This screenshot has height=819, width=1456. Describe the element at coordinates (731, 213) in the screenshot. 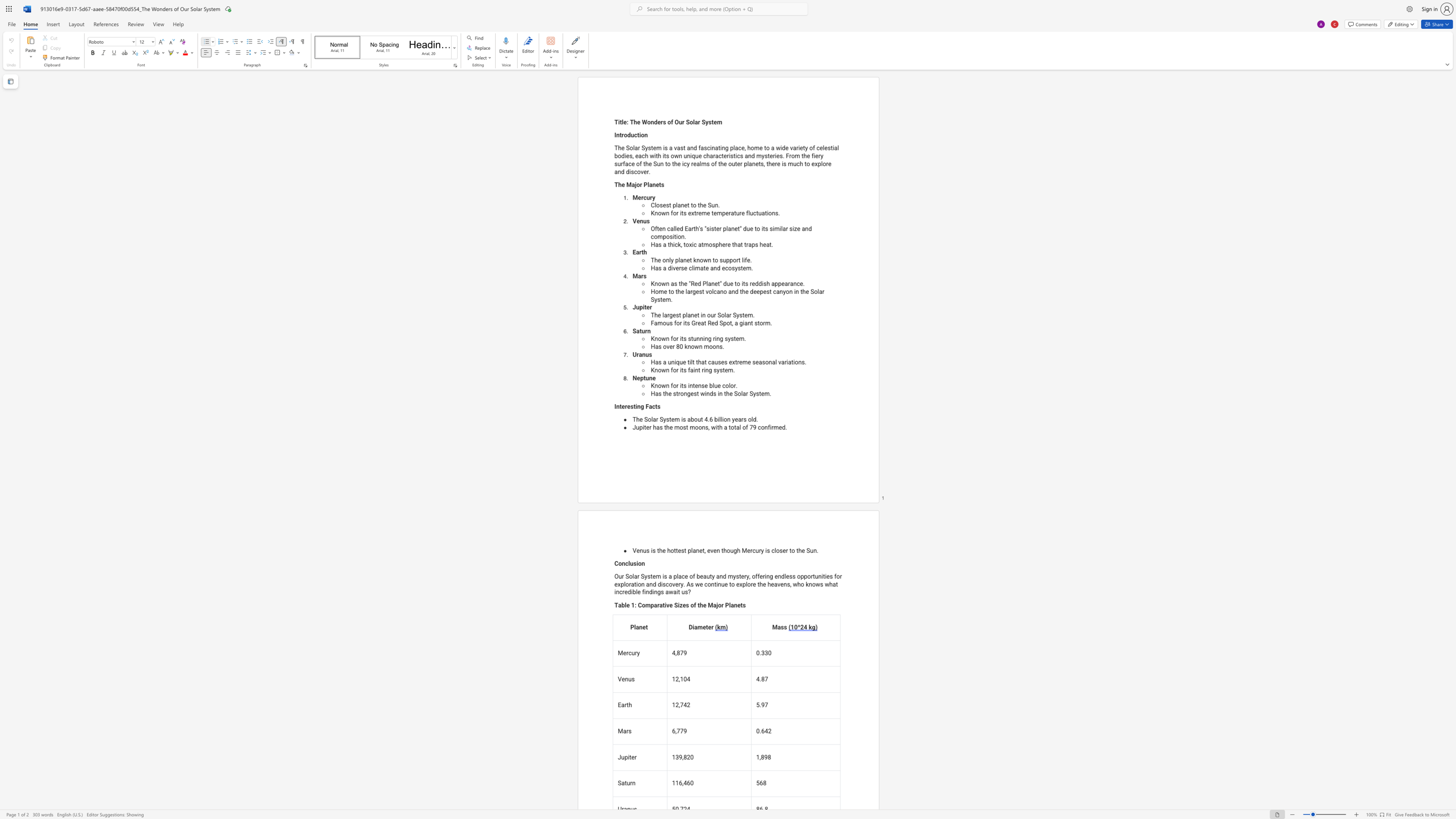

I see `the space between the continuous character "r" and "a" in the text` at that location.